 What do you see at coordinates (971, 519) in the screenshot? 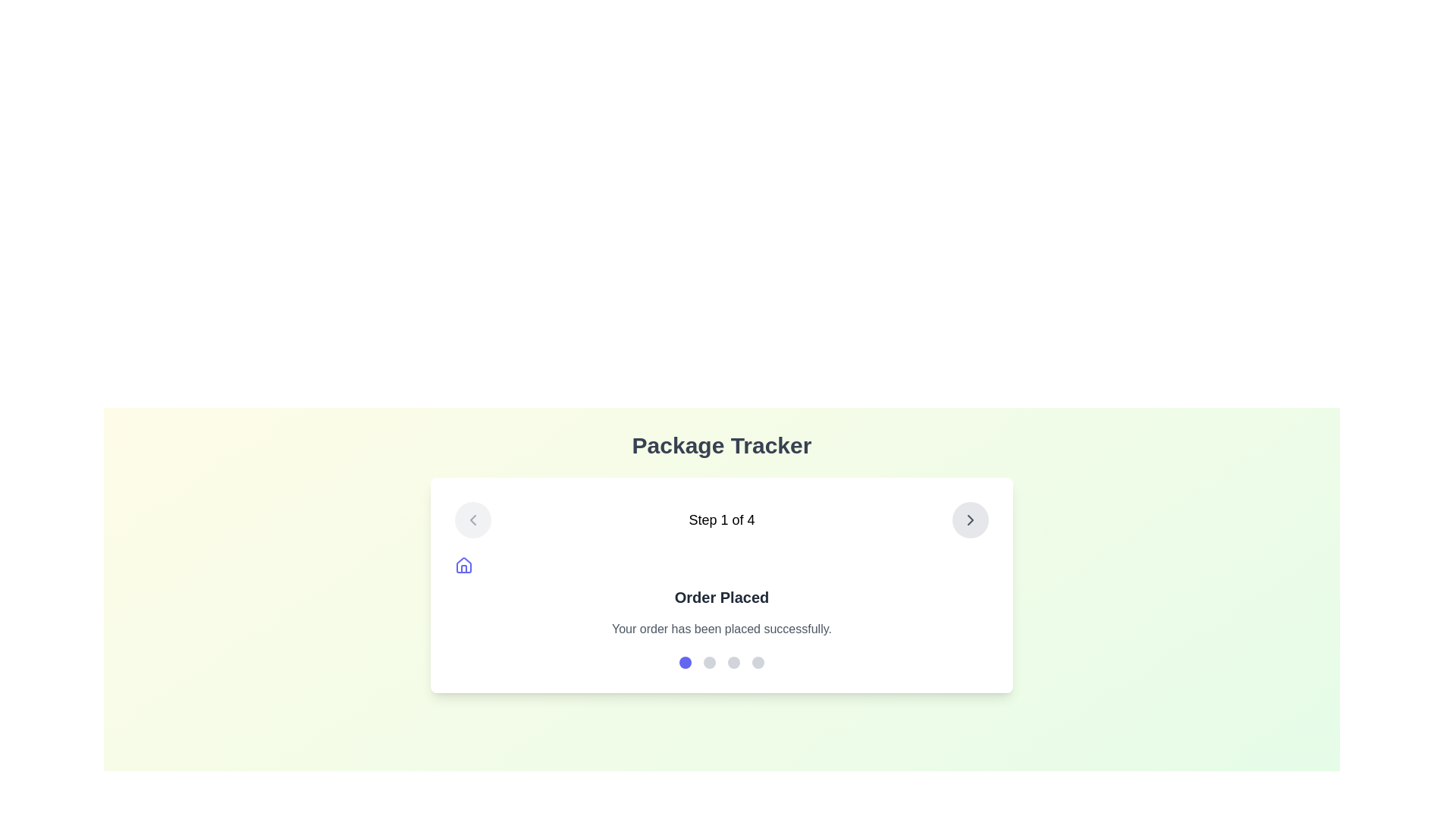
I see `the circular button with a gray background and right-pointing chevron icon to activate its visual hover effect` at bounding box center [971, 519].